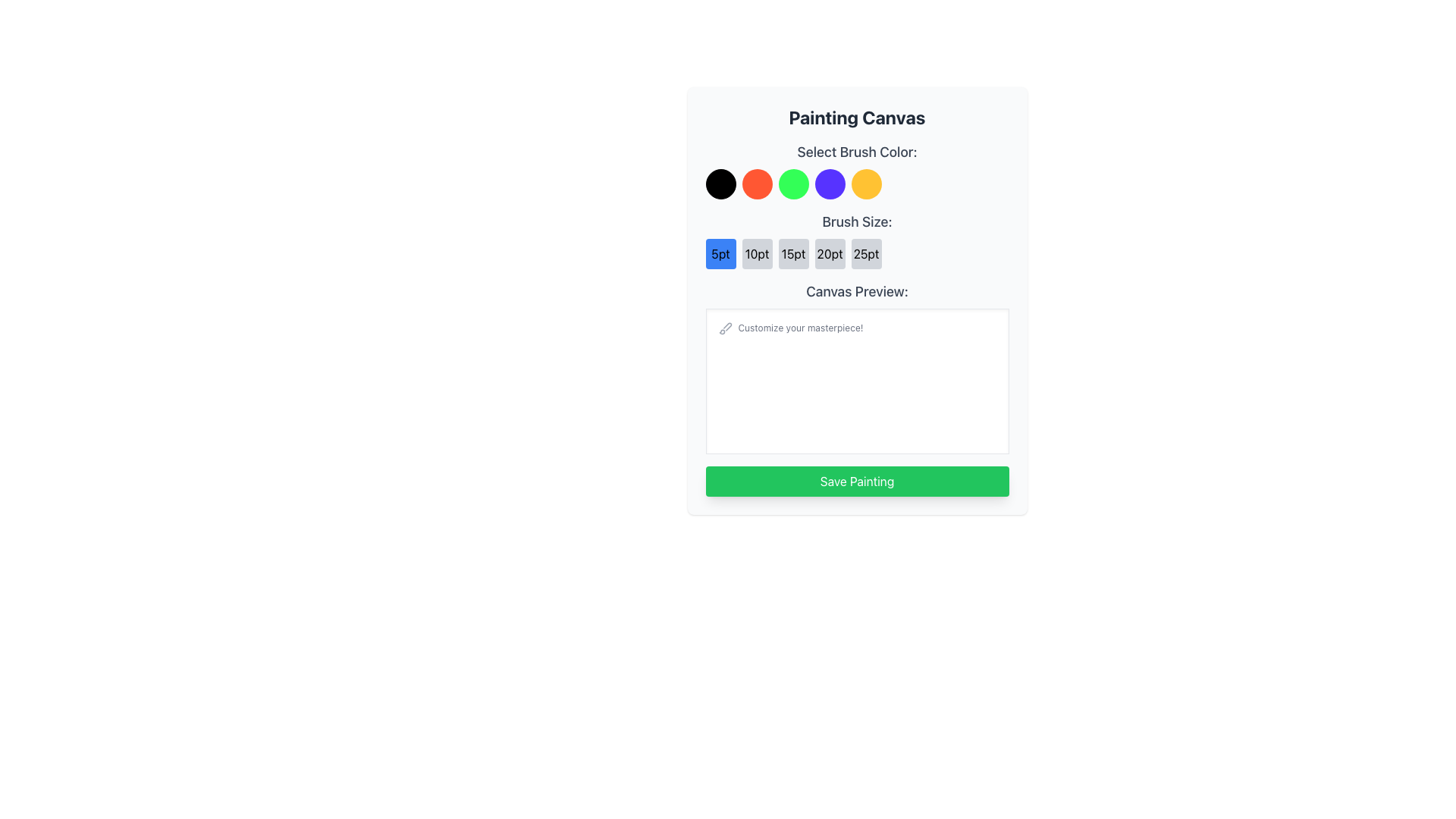 The height and width of the screenshot is (819, 1456). Describe the element at coordinates (857, 239) in the screenshot. I see `the group of interactive buttons for selecting brush sizes` at that location.